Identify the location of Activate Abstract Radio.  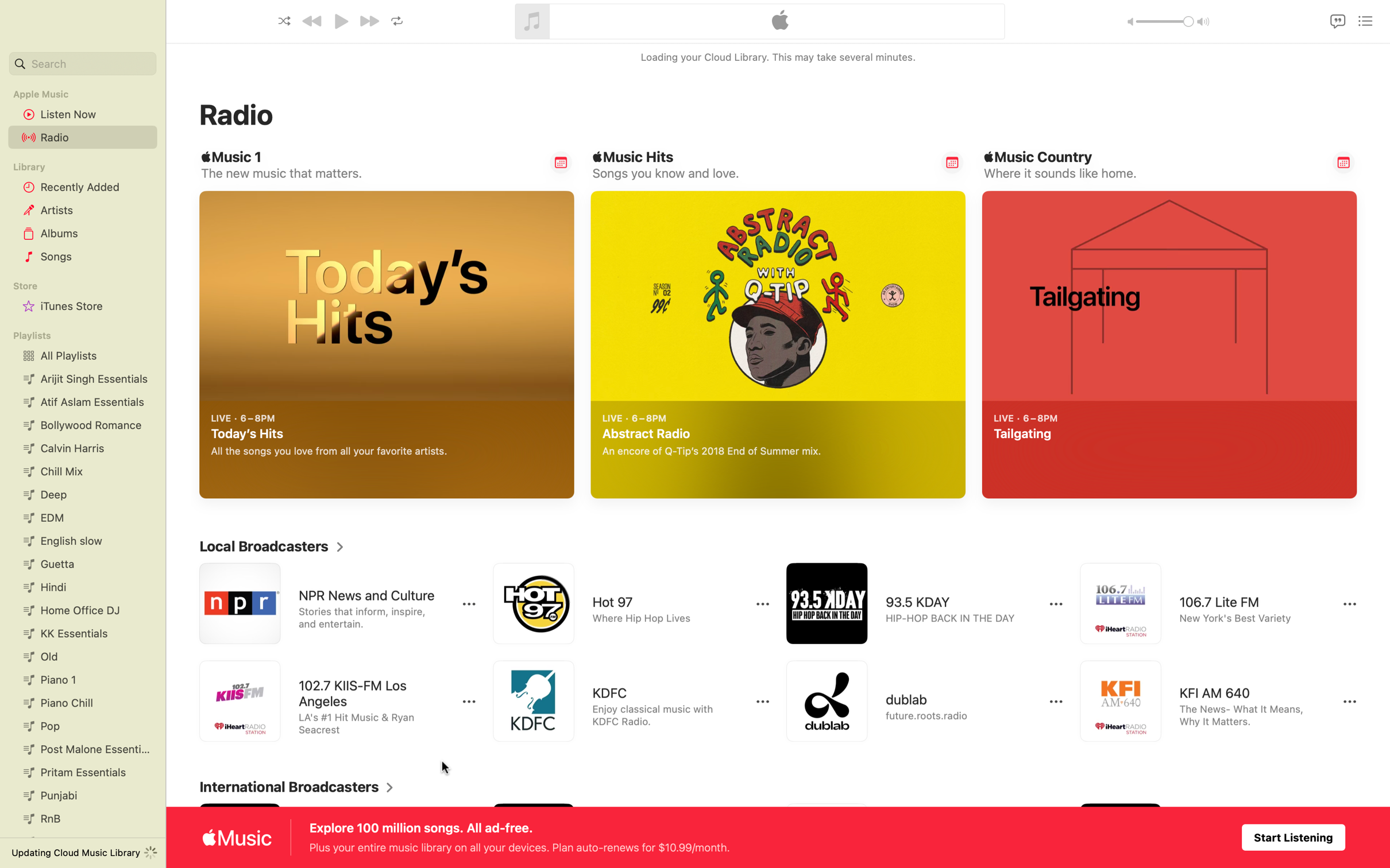
(940, 474).